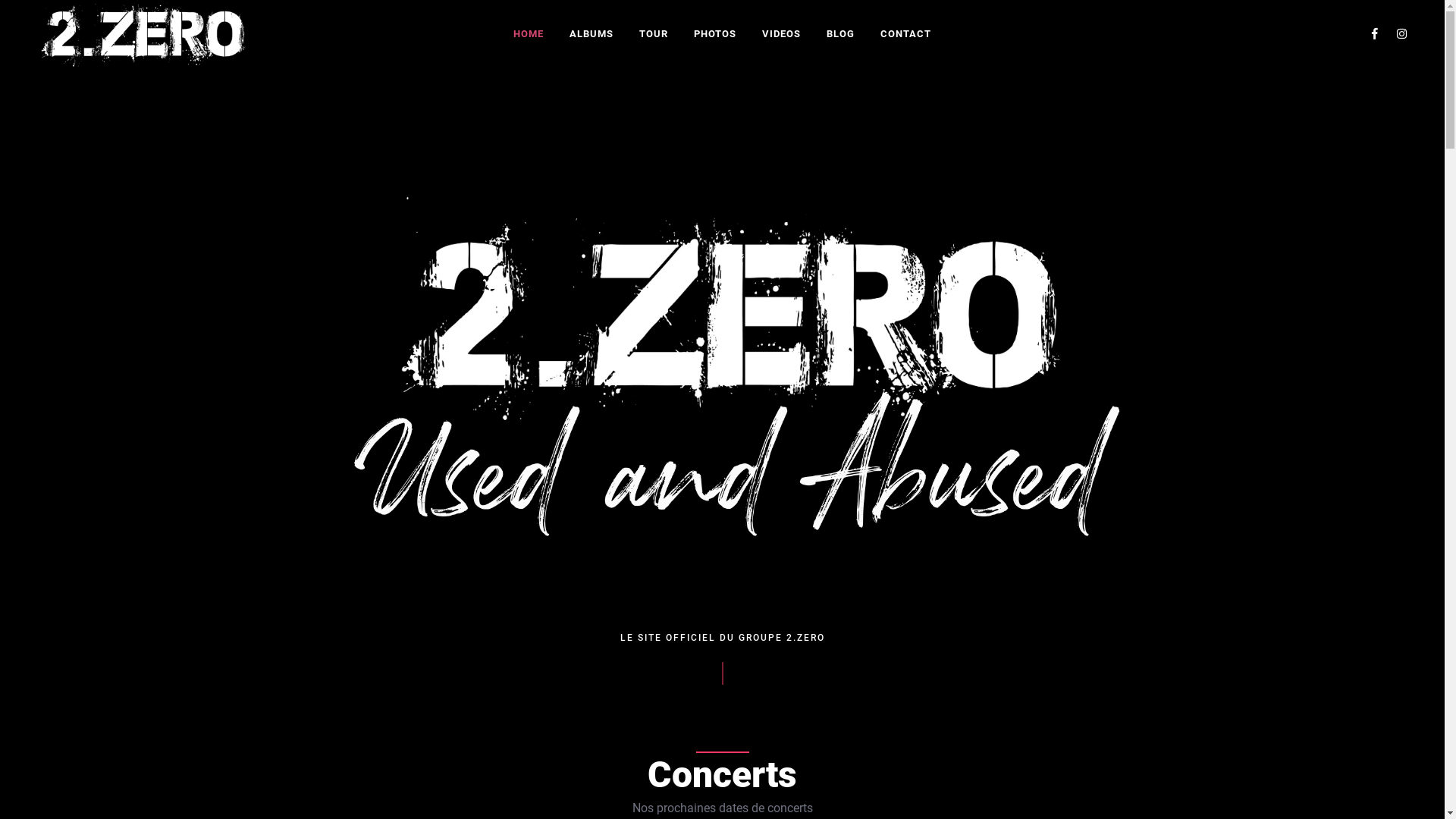 The width and height of the screenshot is (1456, 819). Describe the element at coordinates (905, 33) in the screenshot. I see `'CONTACT'` at that location.